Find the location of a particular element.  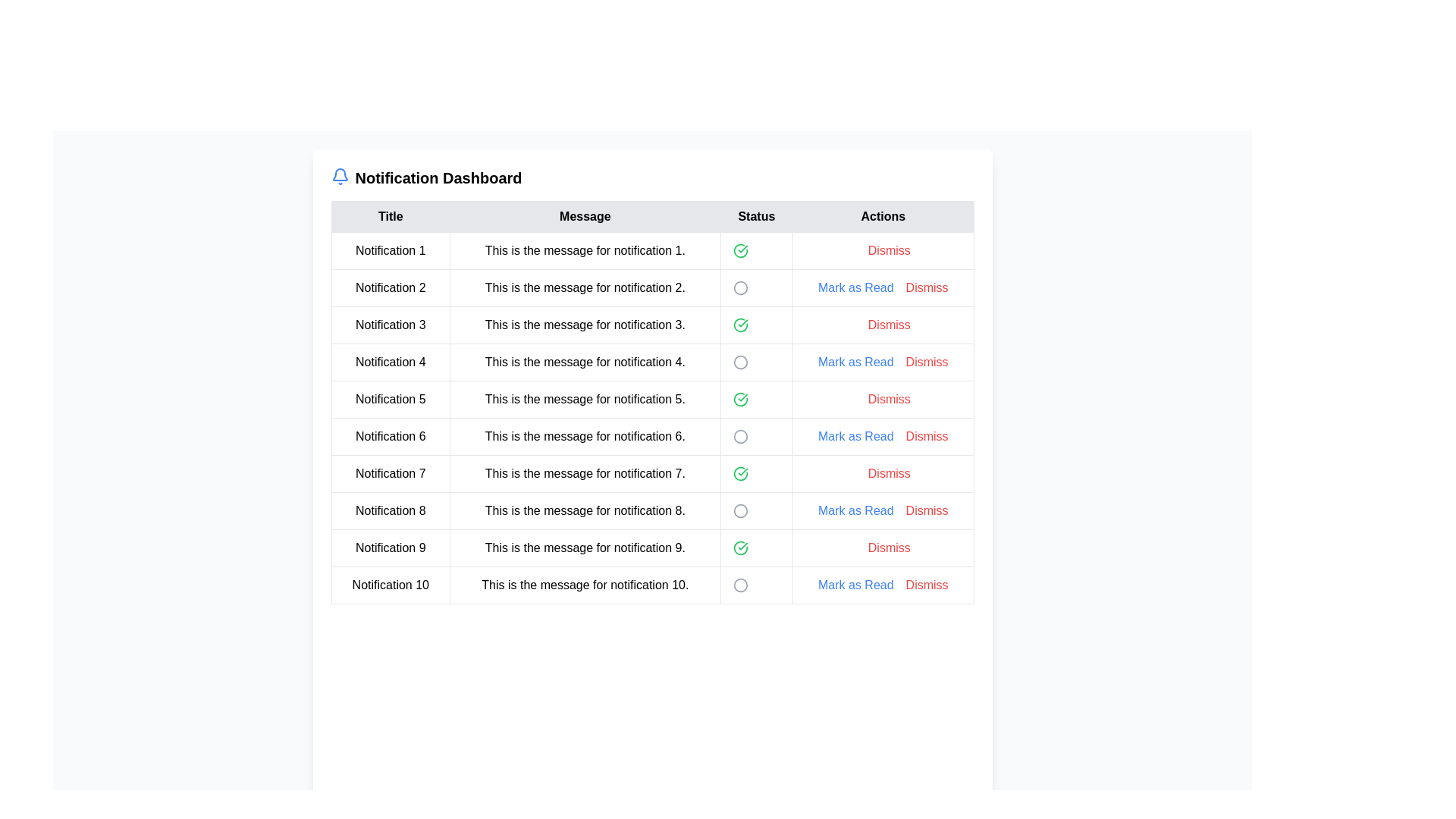

body section of the notification bell icon located at the top-left corner of the notification dashboard interface, which has a blue outline is located at coordinates (338, 174).